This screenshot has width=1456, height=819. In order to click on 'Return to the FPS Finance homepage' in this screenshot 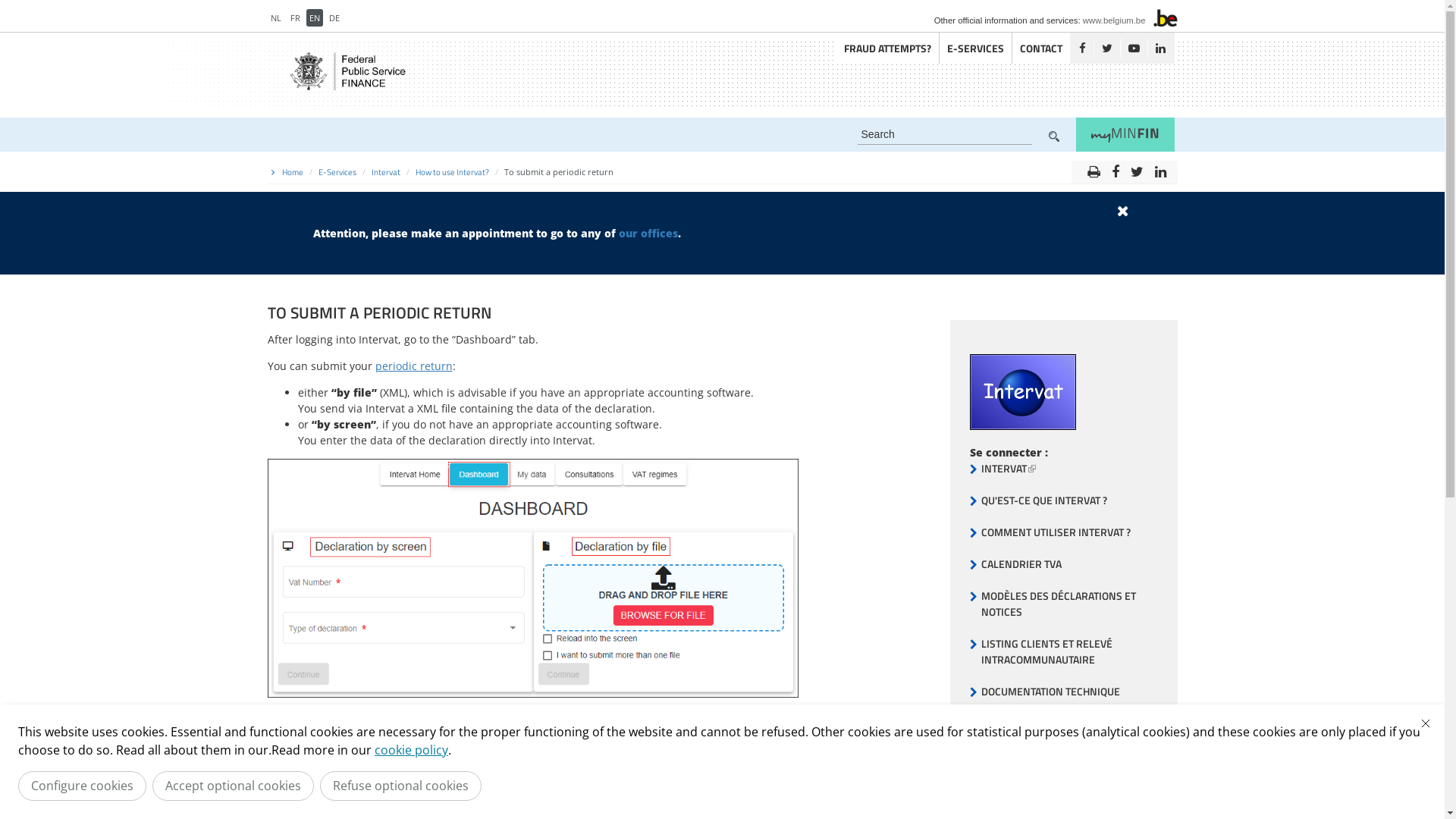, I will do `click(351, 71)`.